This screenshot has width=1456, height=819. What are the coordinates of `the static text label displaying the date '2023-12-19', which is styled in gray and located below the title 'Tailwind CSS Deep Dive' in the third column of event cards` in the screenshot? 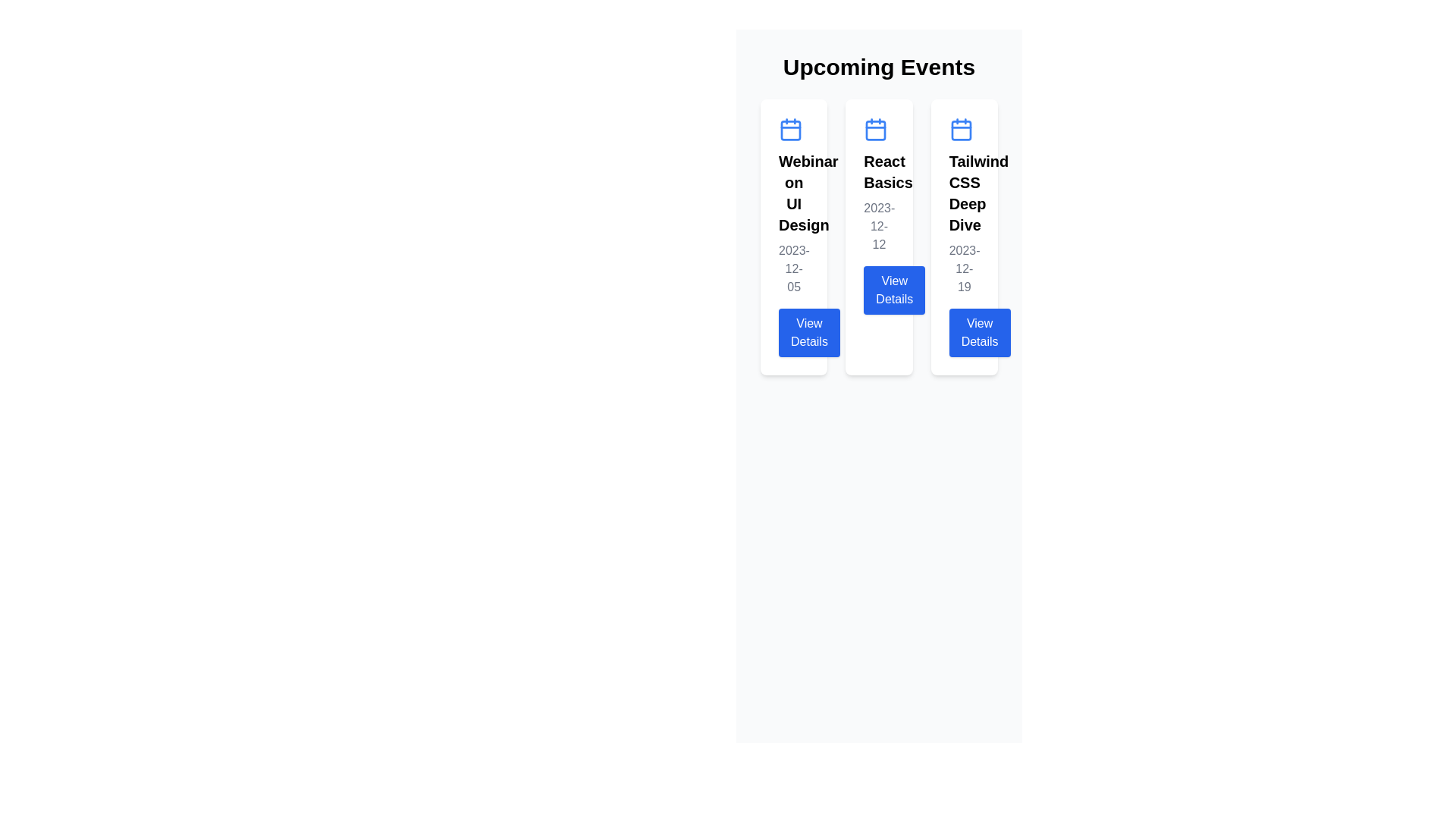 It's located at (963, 268).